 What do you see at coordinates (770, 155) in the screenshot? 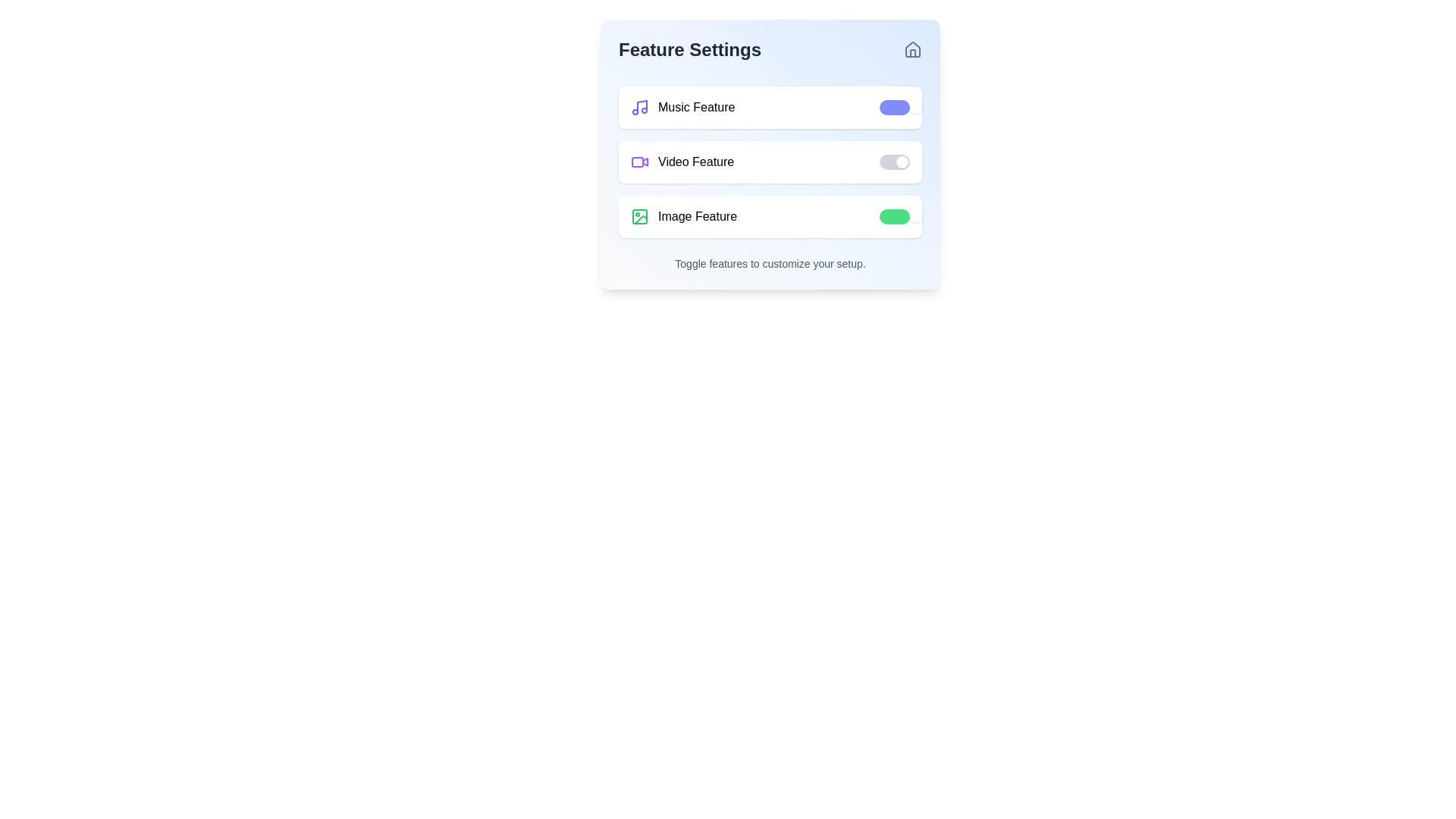
I see `the specific feature rows in the Settings panel` at bounding box center [770, 155].